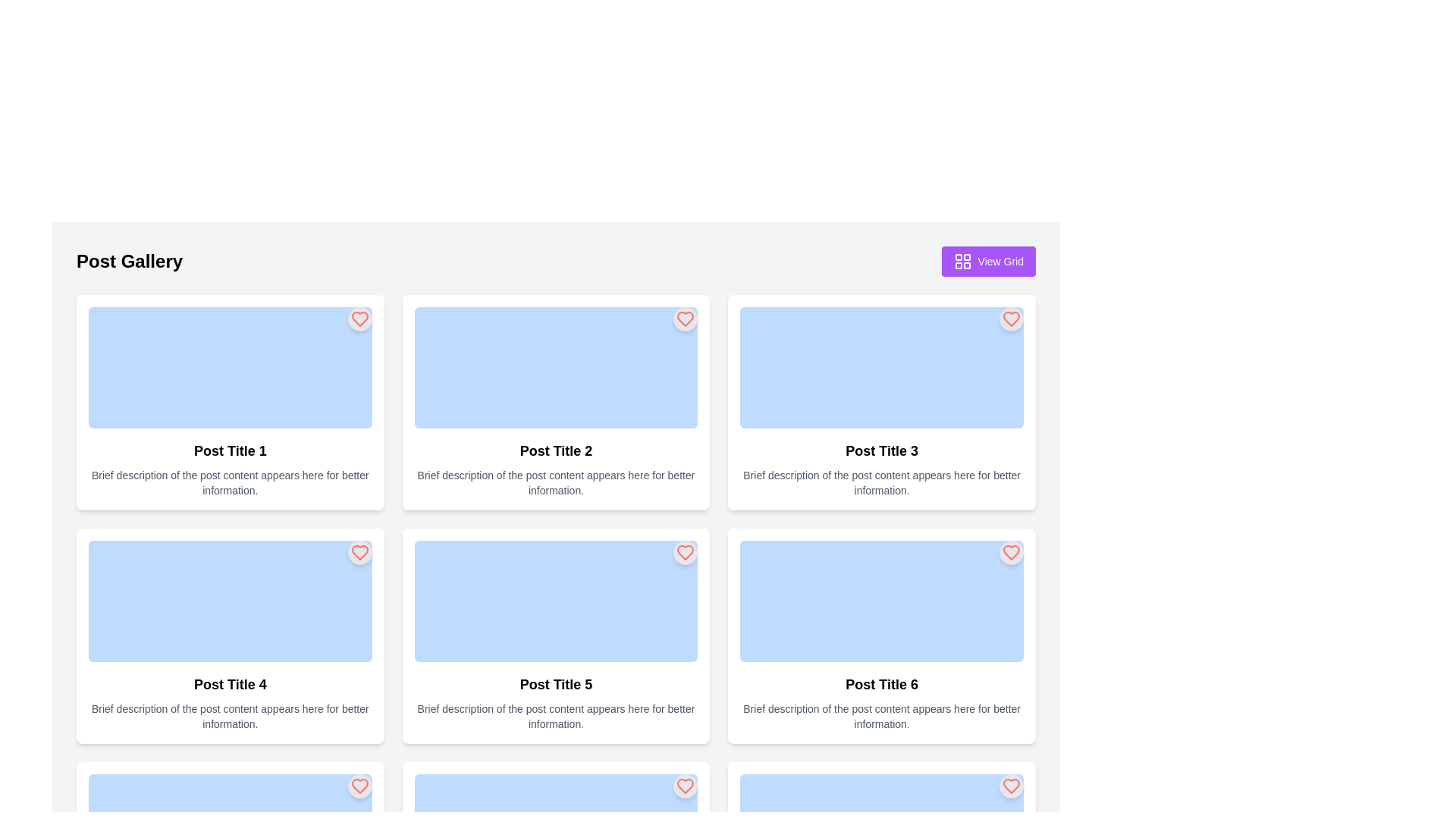  I want to click on the heart-shaped 'like' indicator located in the top-right corner of the card labeled 'Post Title 4', so click(359, 553).